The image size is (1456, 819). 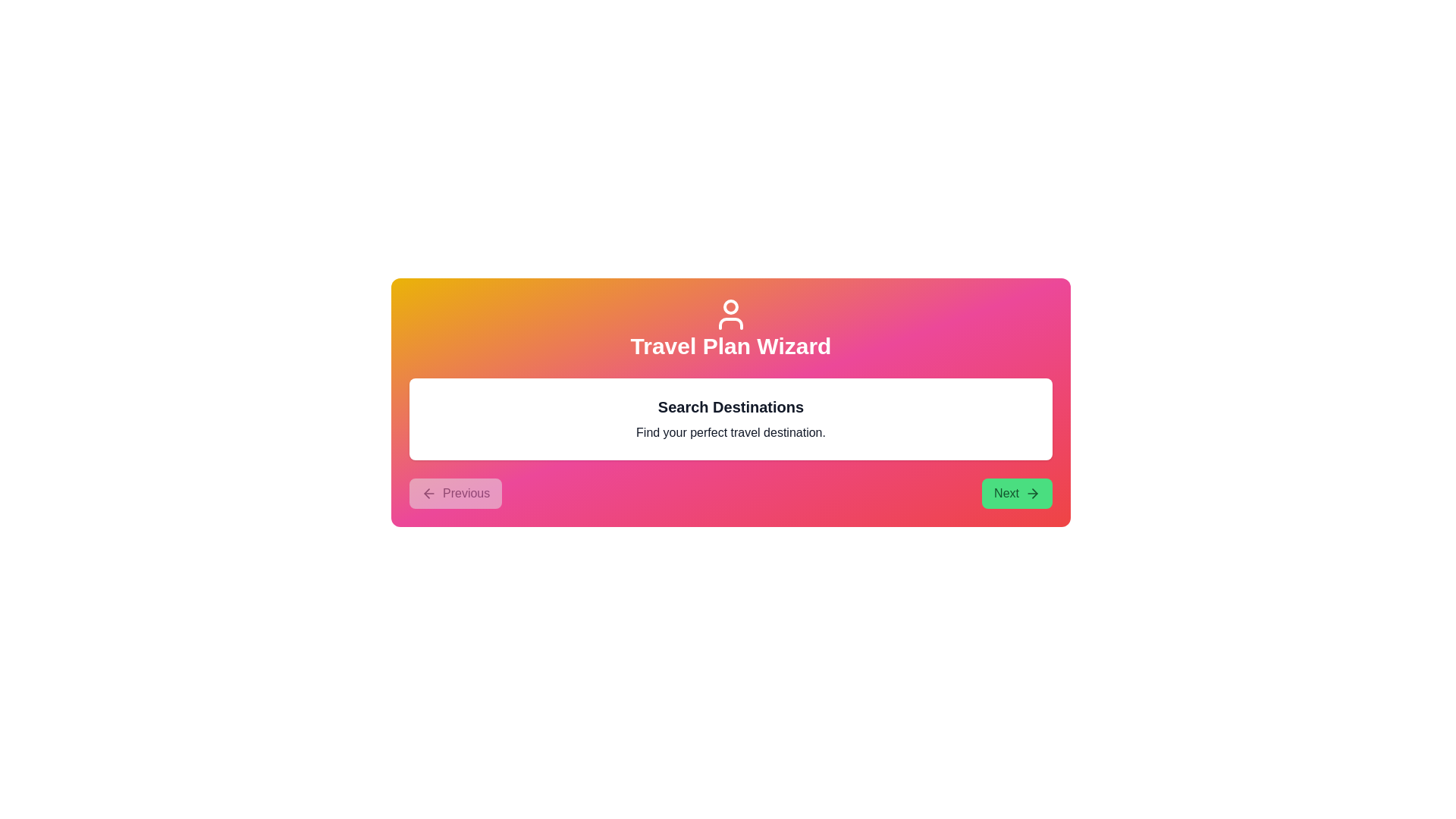 I want to click on the leftward arrow graphic element that is part of the 'Previous' button located at the left side of the lower panel, so click(x=426, y=494).